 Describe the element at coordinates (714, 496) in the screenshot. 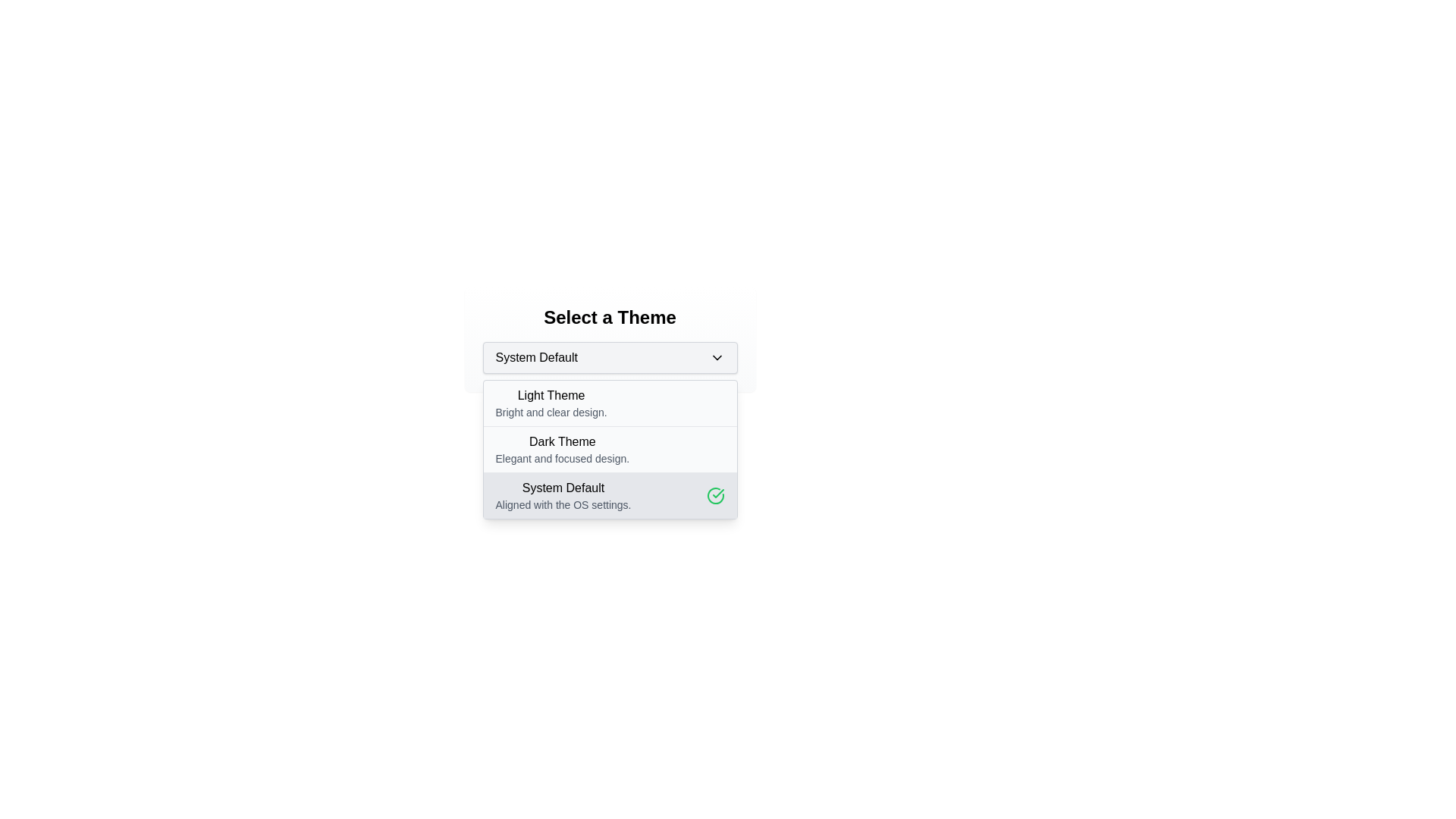

I see `the state of the circular icon depicting a check mark with a green stroke, located at the rightmost end of the 'System Default' item in the 'Select a Theme' section` at that location.